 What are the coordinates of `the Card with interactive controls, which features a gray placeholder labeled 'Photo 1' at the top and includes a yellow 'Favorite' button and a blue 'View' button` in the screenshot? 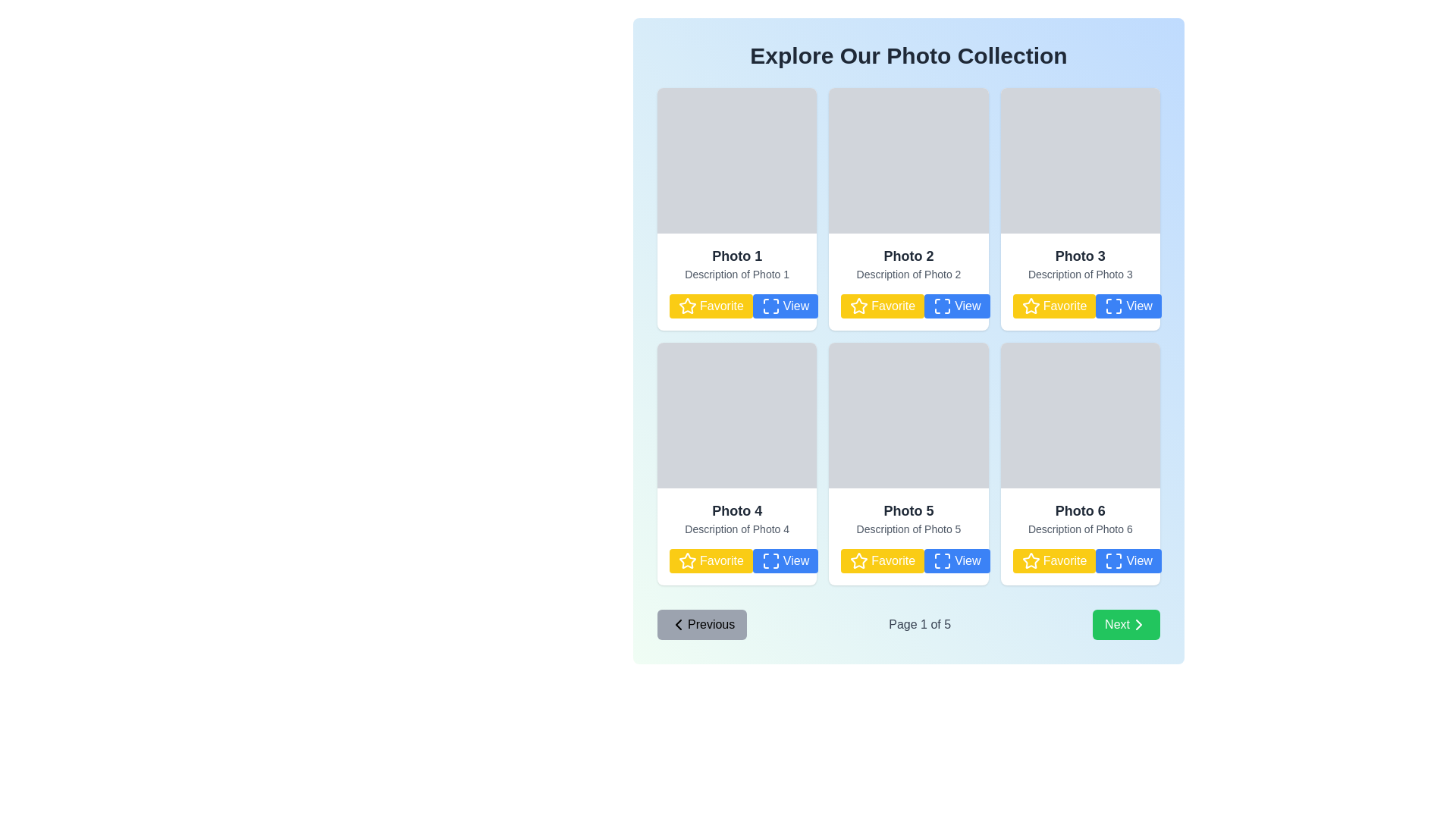 It's located at (737, 209).